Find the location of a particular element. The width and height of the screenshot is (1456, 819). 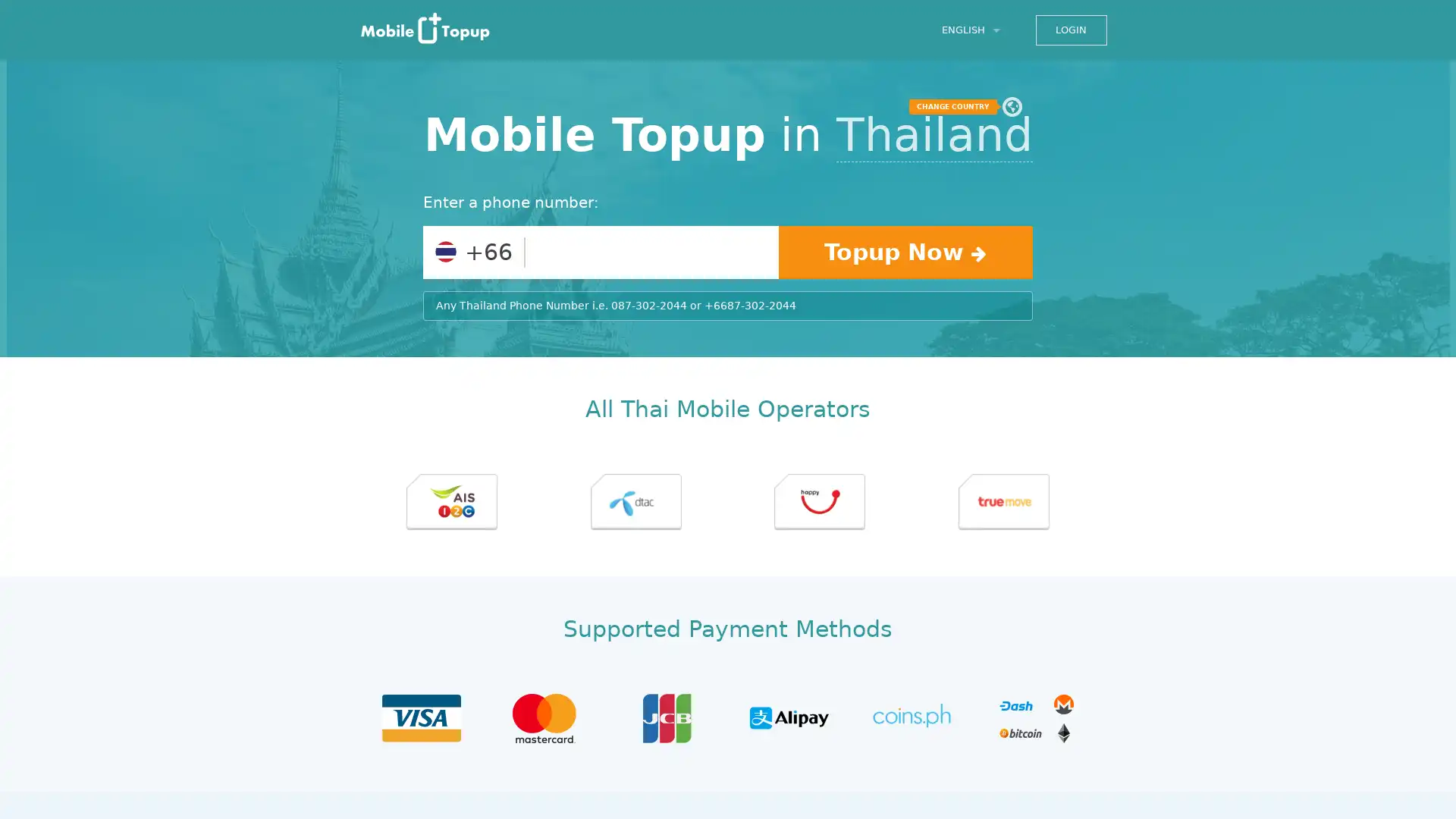

Topup Now is located at coordinates (905, 251).